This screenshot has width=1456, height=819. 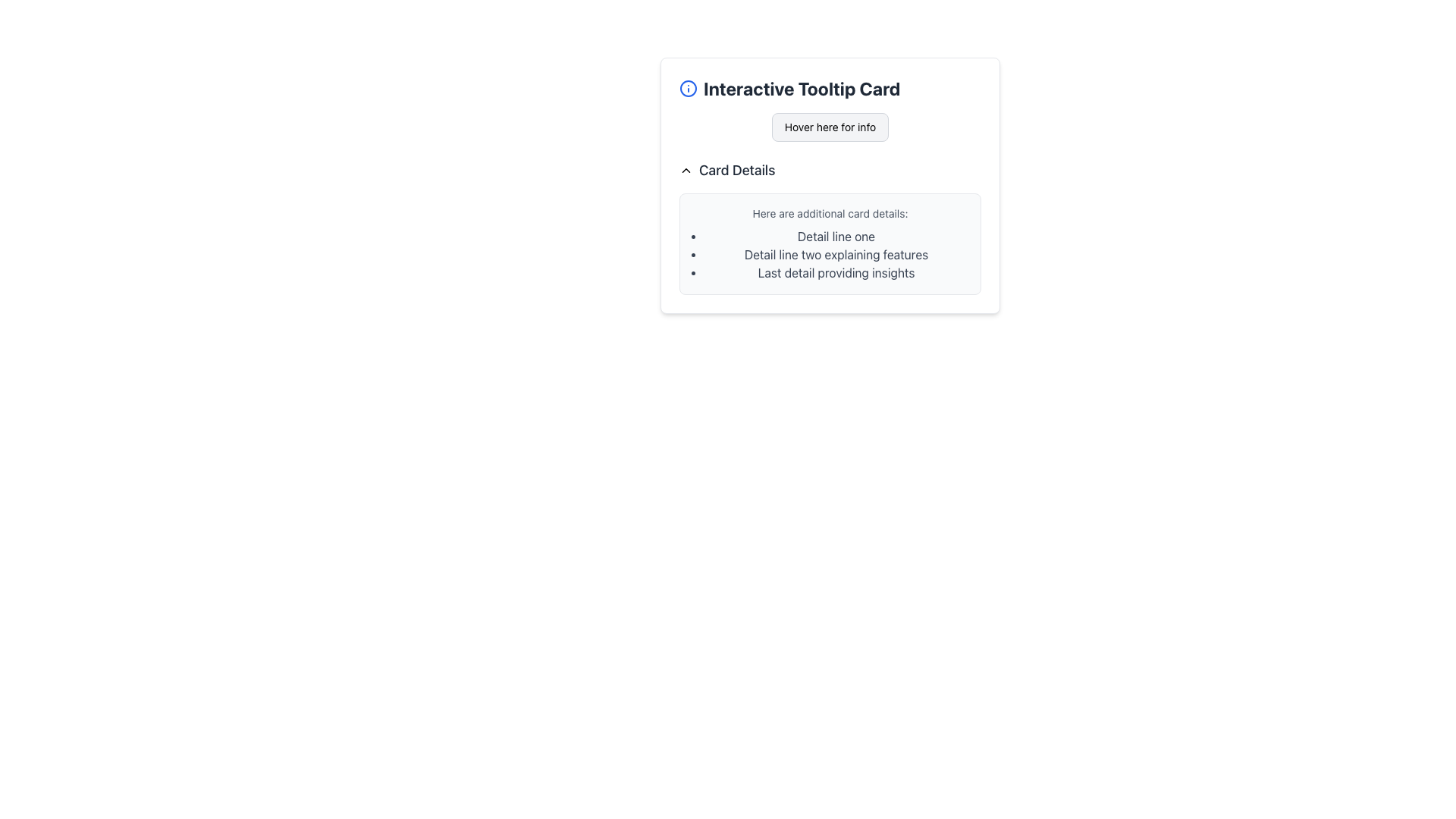 I want to click on descriptive text element located in the 'Card Details' area under the 'Interactive Tooltip Card' header, which is the first item in a bulleted list and provides additional context about the interface, so click(x=836, y=237).